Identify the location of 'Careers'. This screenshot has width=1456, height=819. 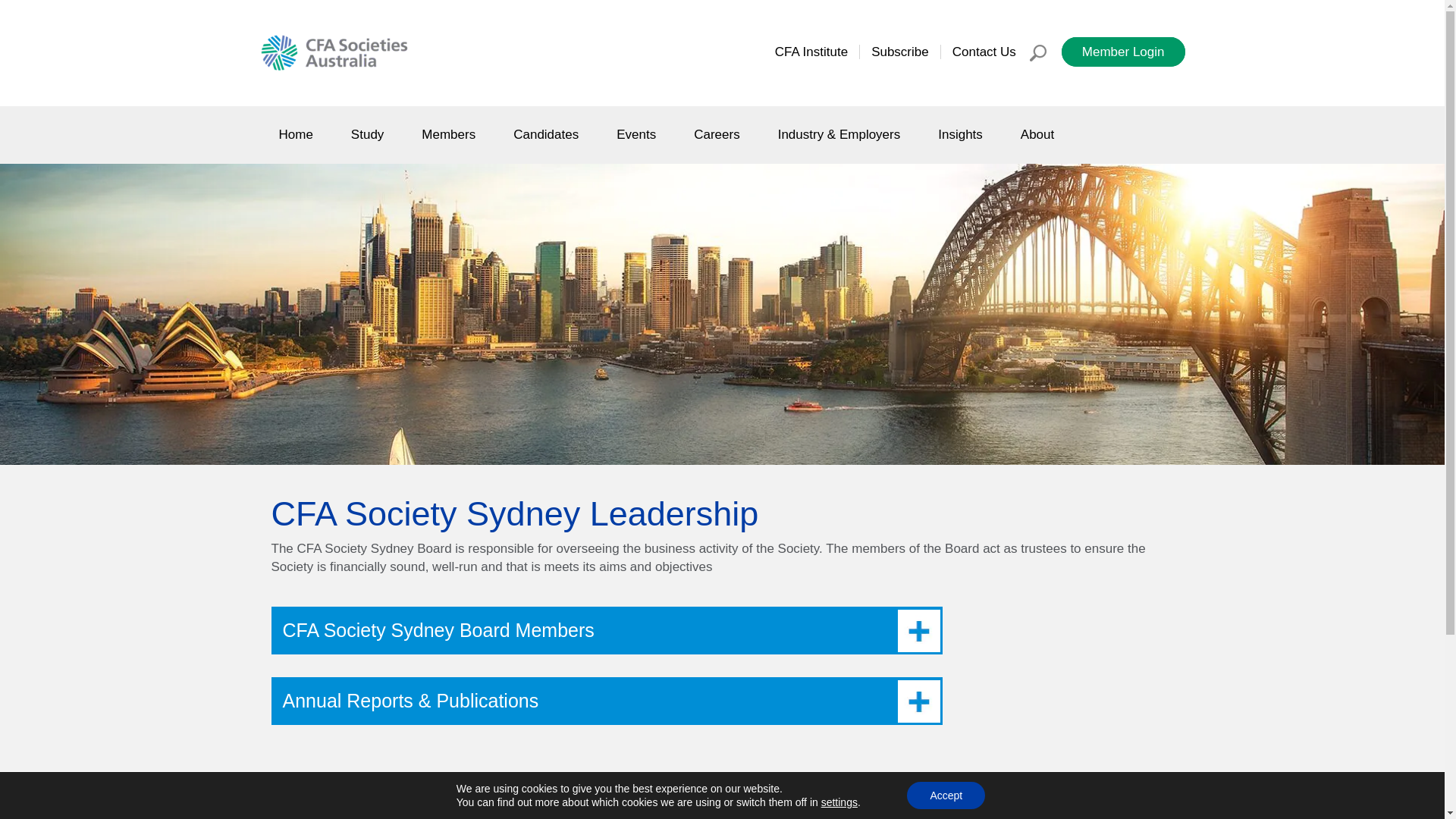
(716, 133).